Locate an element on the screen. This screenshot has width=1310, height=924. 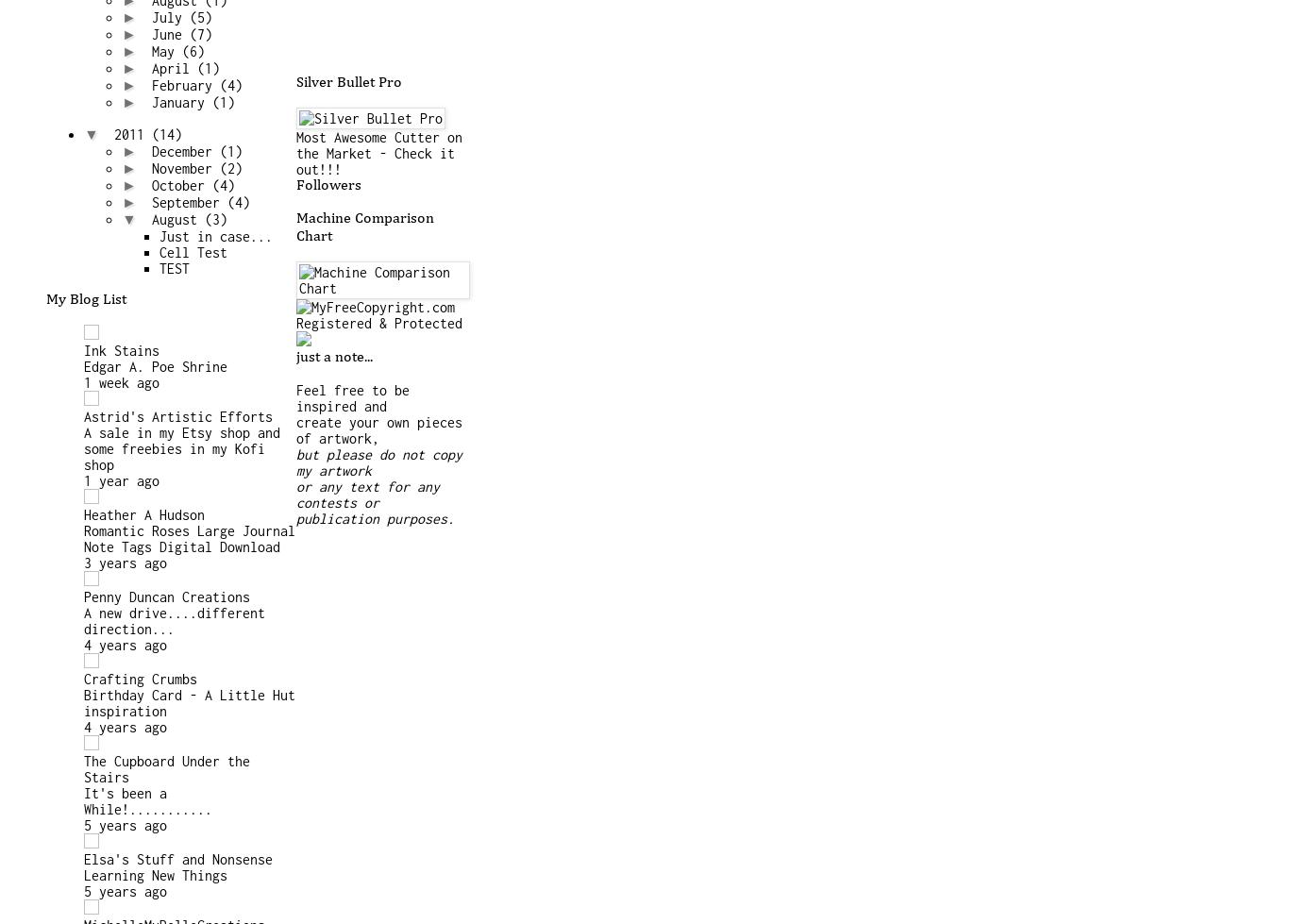
'My Blog List' is located at coordinates (85, 299).